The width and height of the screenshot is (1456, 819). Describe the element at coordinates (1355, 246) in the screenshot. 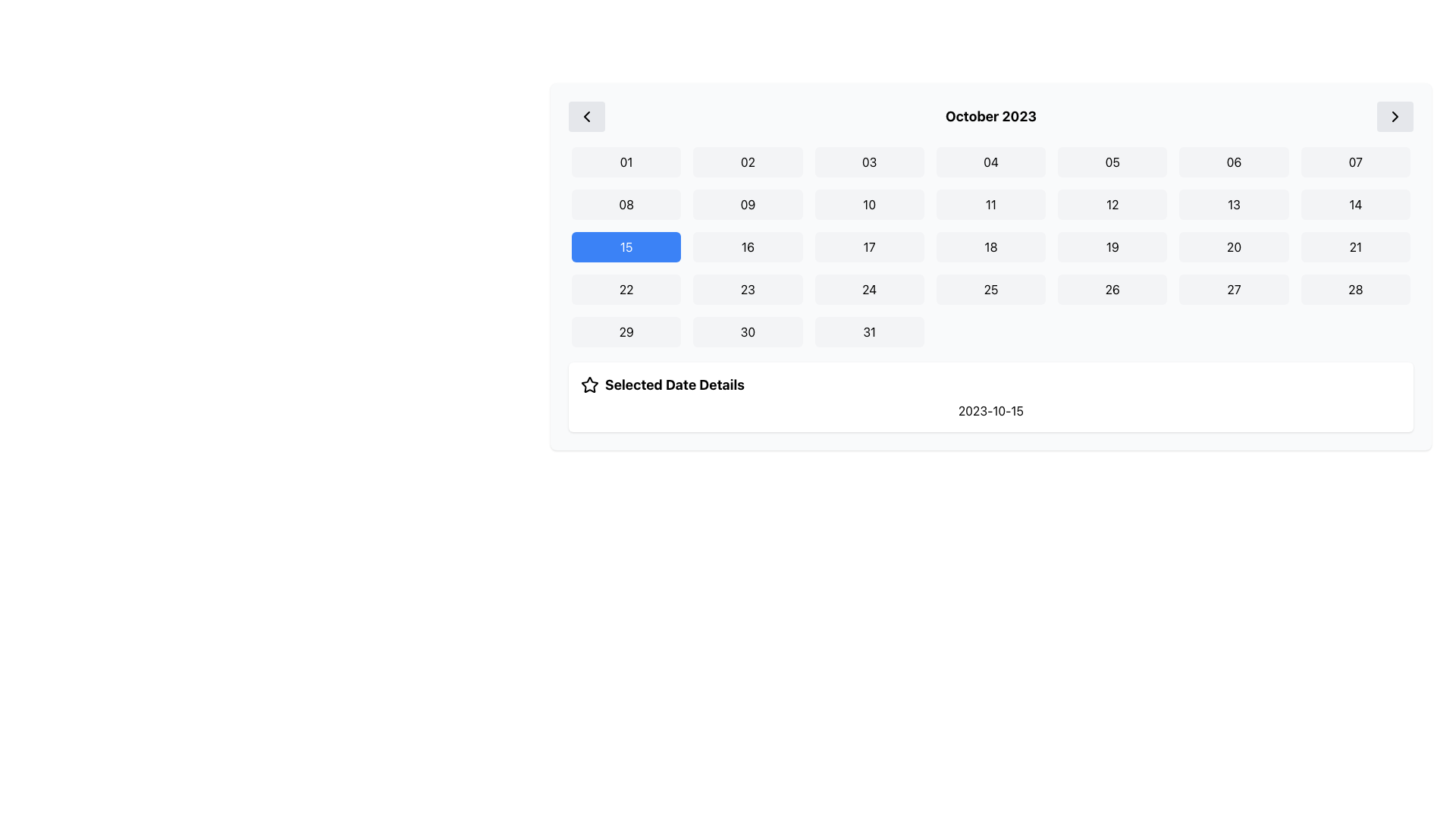

I see `the button displaying the number '21' in the third row, last column of the October 2023 calendar grid` at that location.